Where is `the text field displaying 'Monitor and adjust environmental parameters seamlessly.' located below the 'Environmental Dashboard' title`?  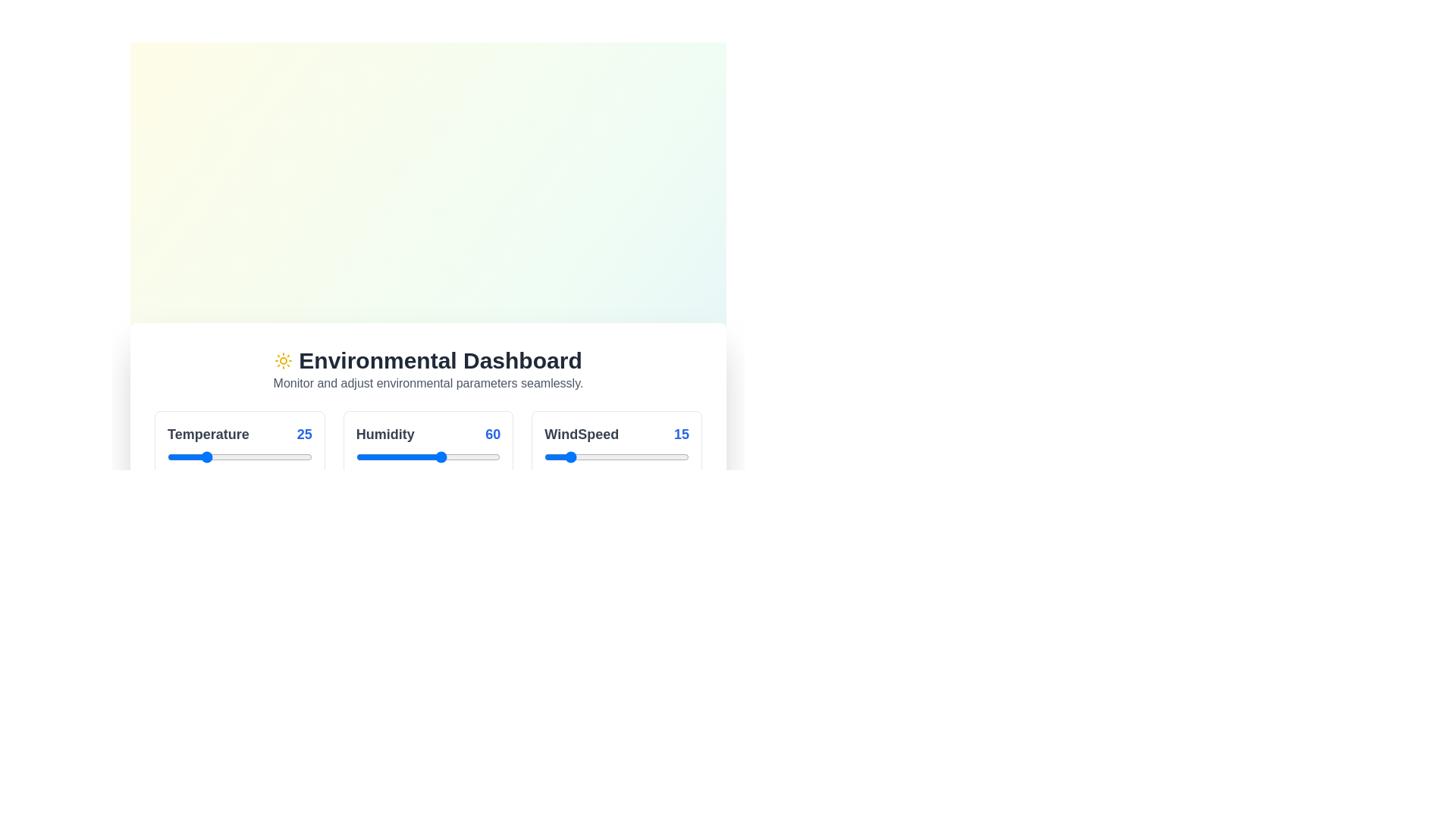
the text field displaying 'Monitor and adjust environmental parameters seamlessly.' located below the 'Environmental Dashboard' title is located at coordinates (428, 382).